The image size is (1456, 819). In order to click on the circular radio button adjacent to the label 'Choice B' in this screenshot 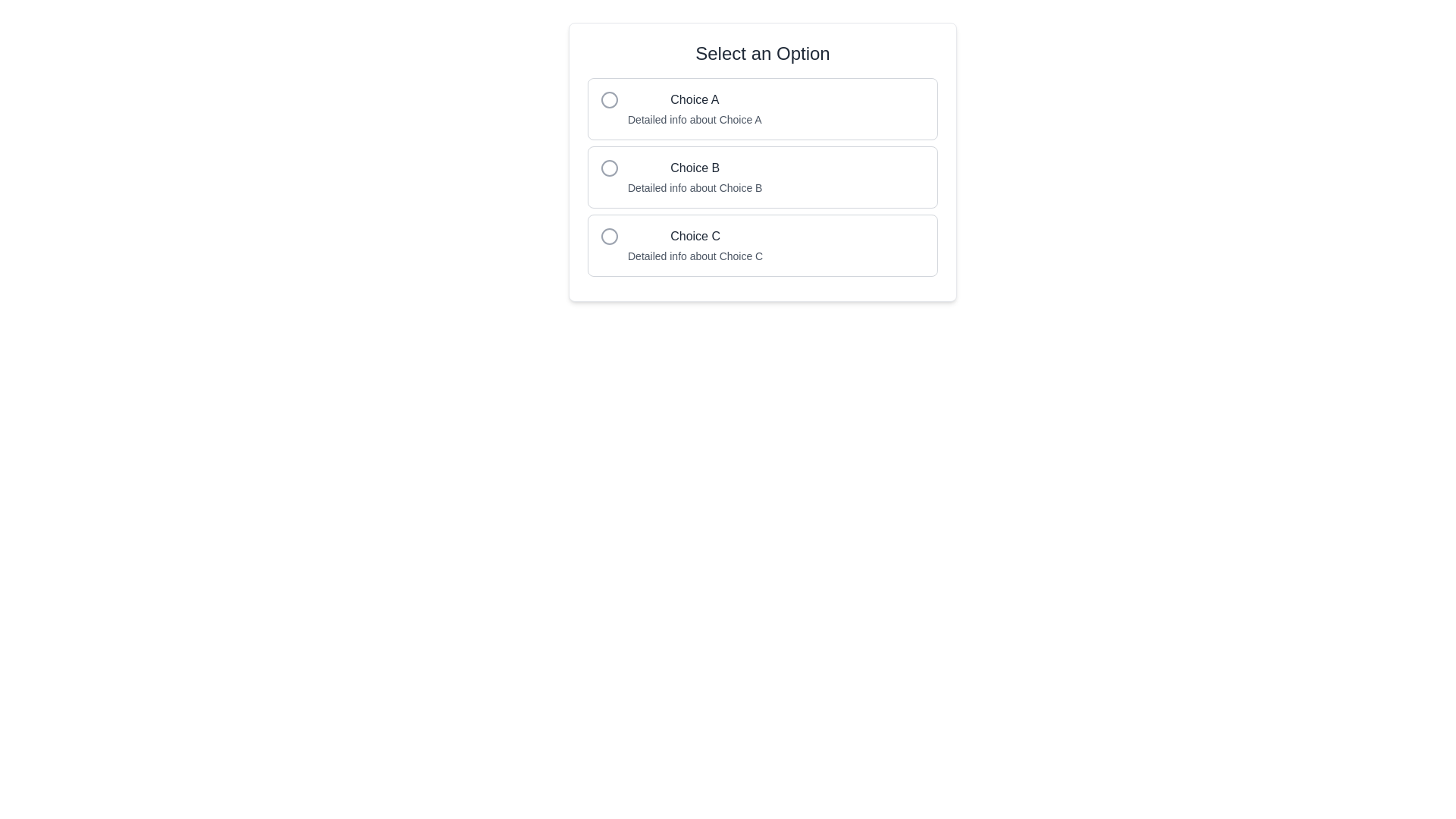, I will do `click(610, 168)`.